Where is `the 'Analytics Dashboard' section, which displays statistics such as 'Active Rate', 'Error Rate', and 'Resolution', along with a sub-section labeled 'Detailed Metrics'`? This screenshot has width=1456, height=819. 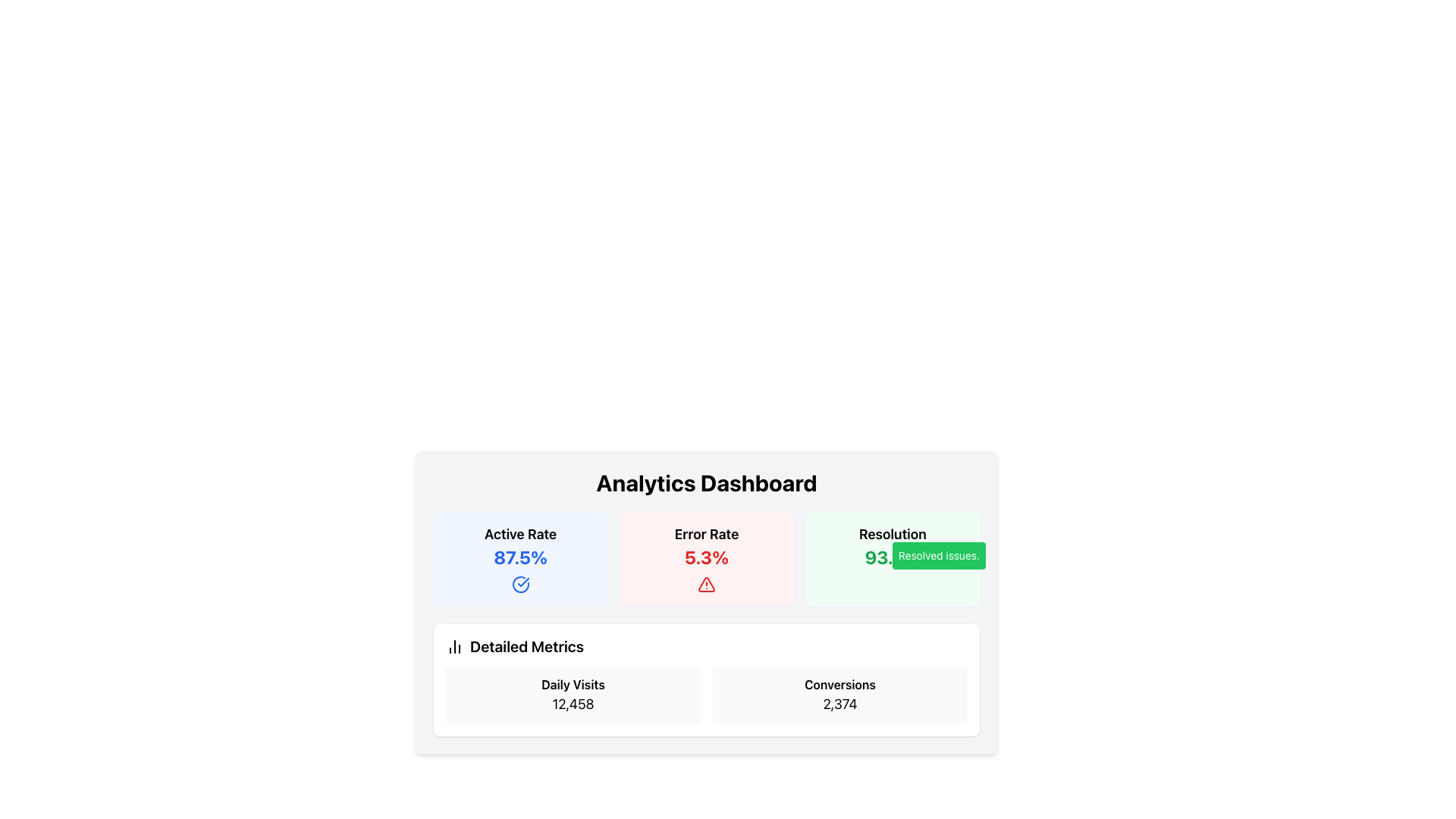
the 'Analytics Dashboard' section, which displays statistics such as 'Active Rate', 'Error Rate', and 'Resolution', along with a sub-section labeled 'Detailed Metrics' is located at coordinates (705, 601).